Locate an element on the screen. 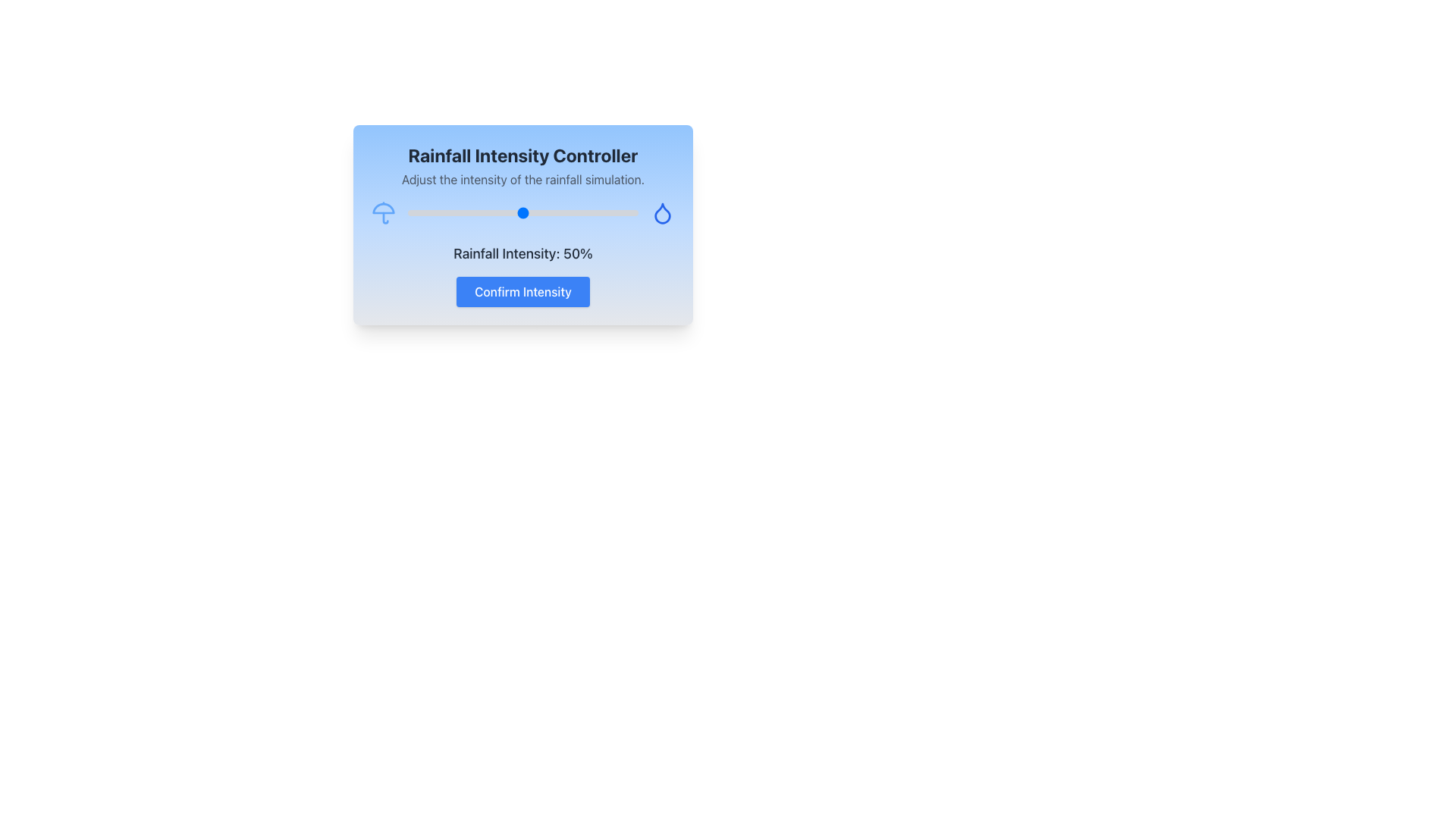  label displaying the current rainfall intensity percentage in the Composite element located in the 'Rainfall Intensity Controller' card, which includes a confirmation button is located at coordinates (523, 275).